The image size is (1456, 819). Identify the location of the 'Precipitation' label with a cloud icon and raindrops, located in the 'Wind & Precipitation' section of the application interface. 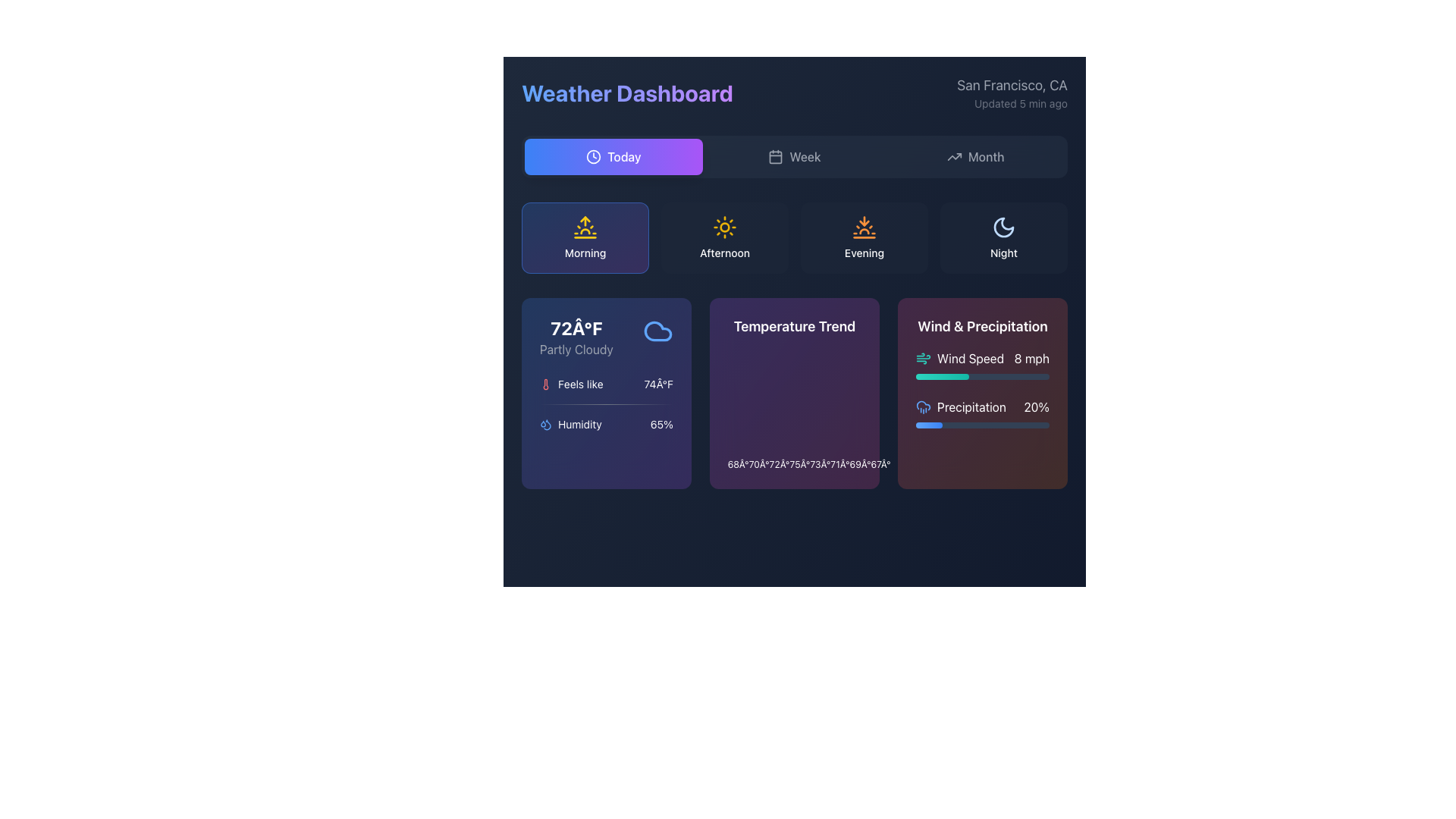
(960, 406).